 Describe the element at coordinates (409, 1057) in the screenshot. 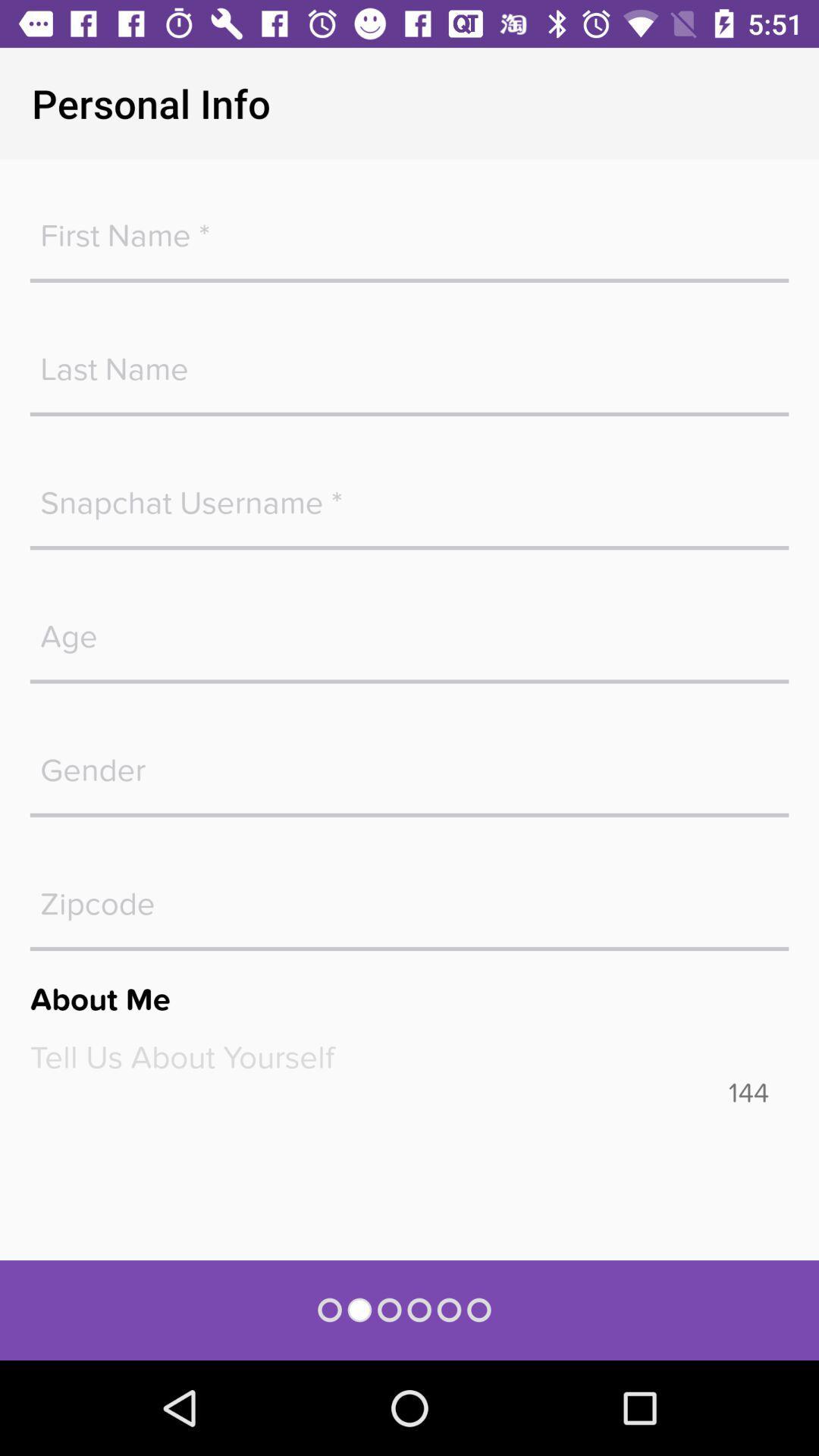

I see `text` at that location.